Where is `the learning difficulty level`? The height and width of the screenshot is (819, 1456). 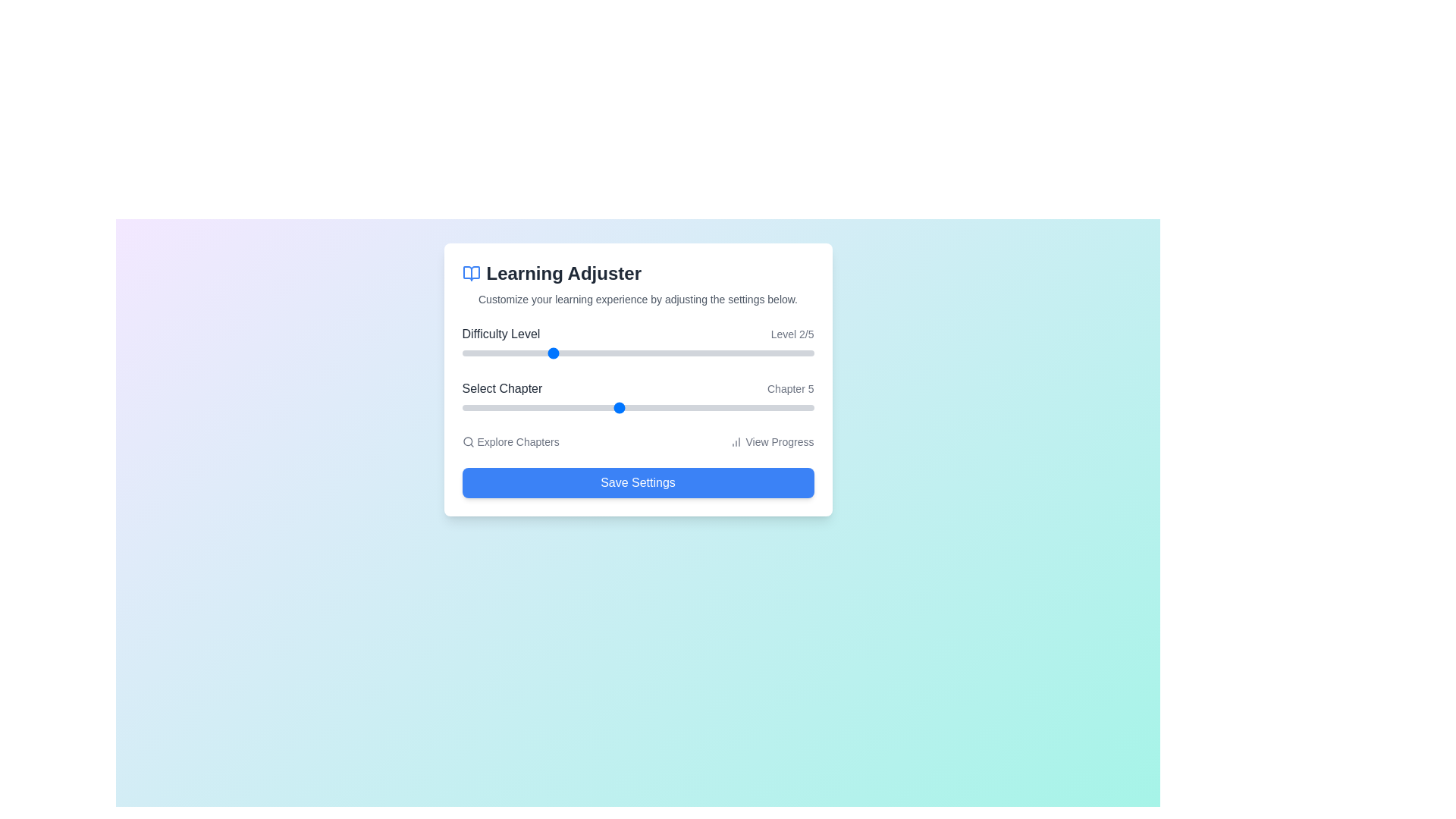
the learning difficulty level is located at coordinates (549, 353).